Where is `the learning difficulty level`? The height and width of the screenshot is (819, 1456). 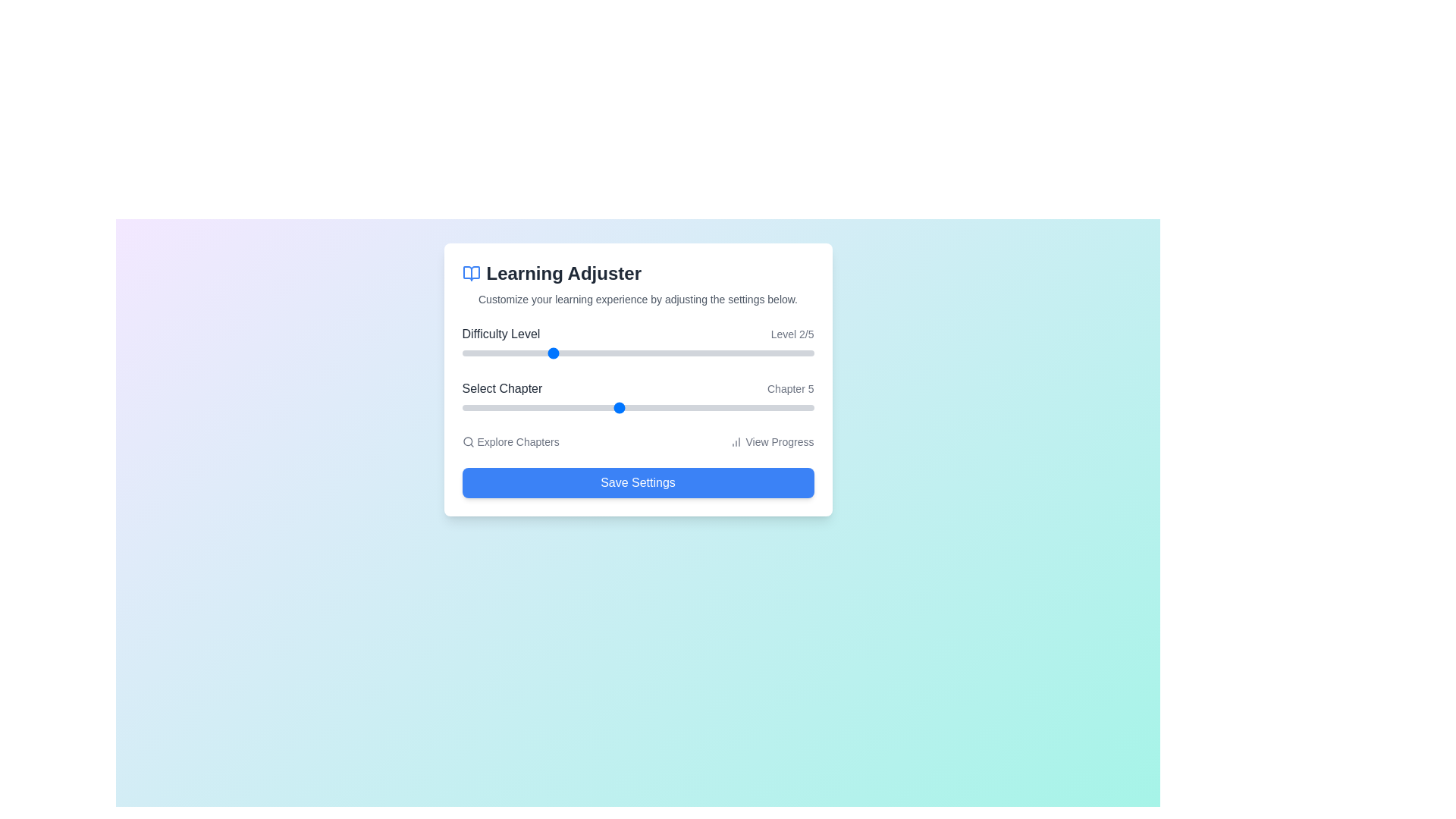
the learning difficulty level is located at coordinates (549, 353).